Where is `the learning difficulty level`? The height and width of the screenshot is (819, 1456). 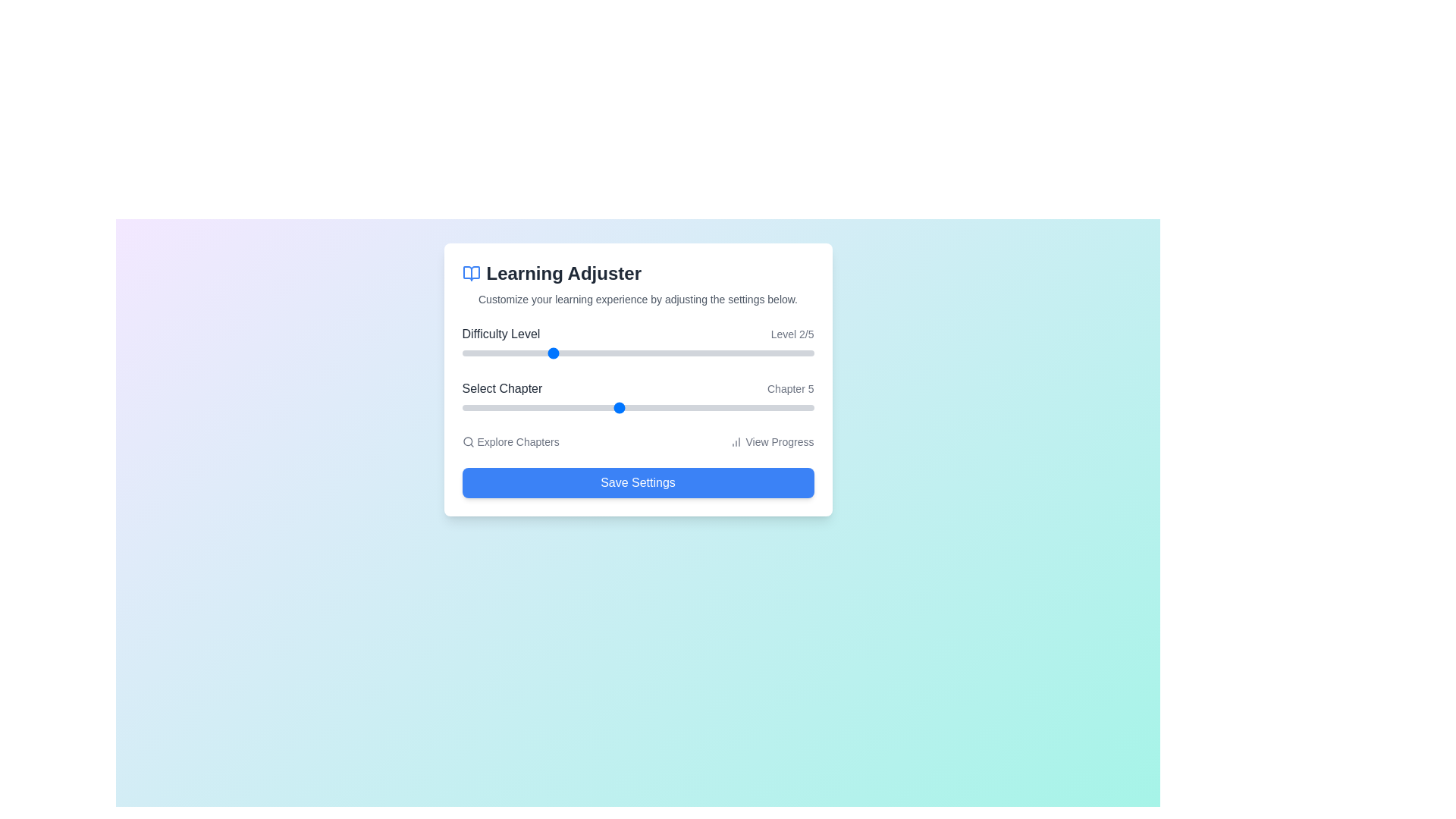
the learning difficulty level is located at coordinates (549, 353).